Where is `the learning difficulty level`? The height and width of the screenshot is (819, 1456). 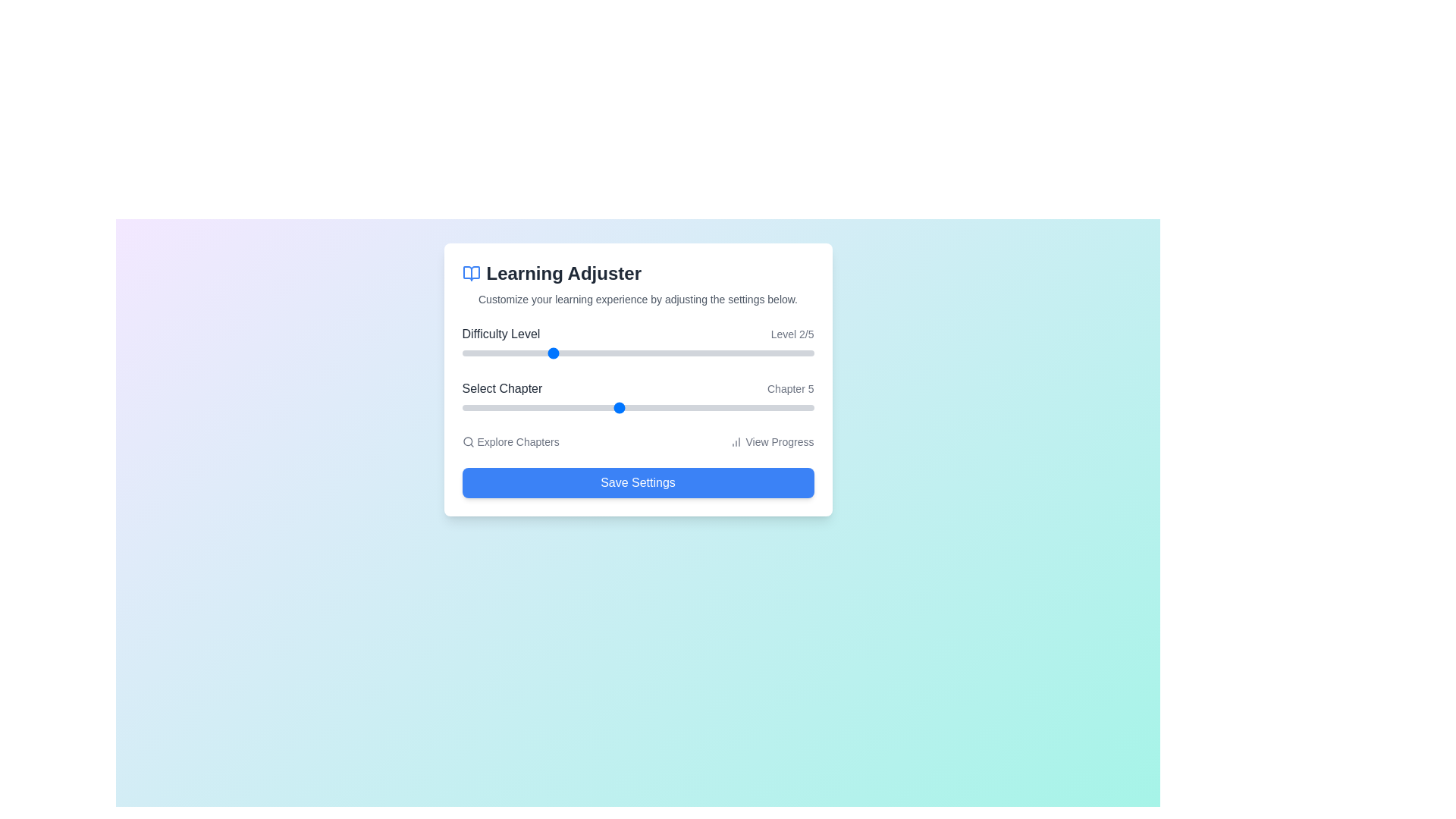
the learning difficulty level is located at coordinates (549, 353).